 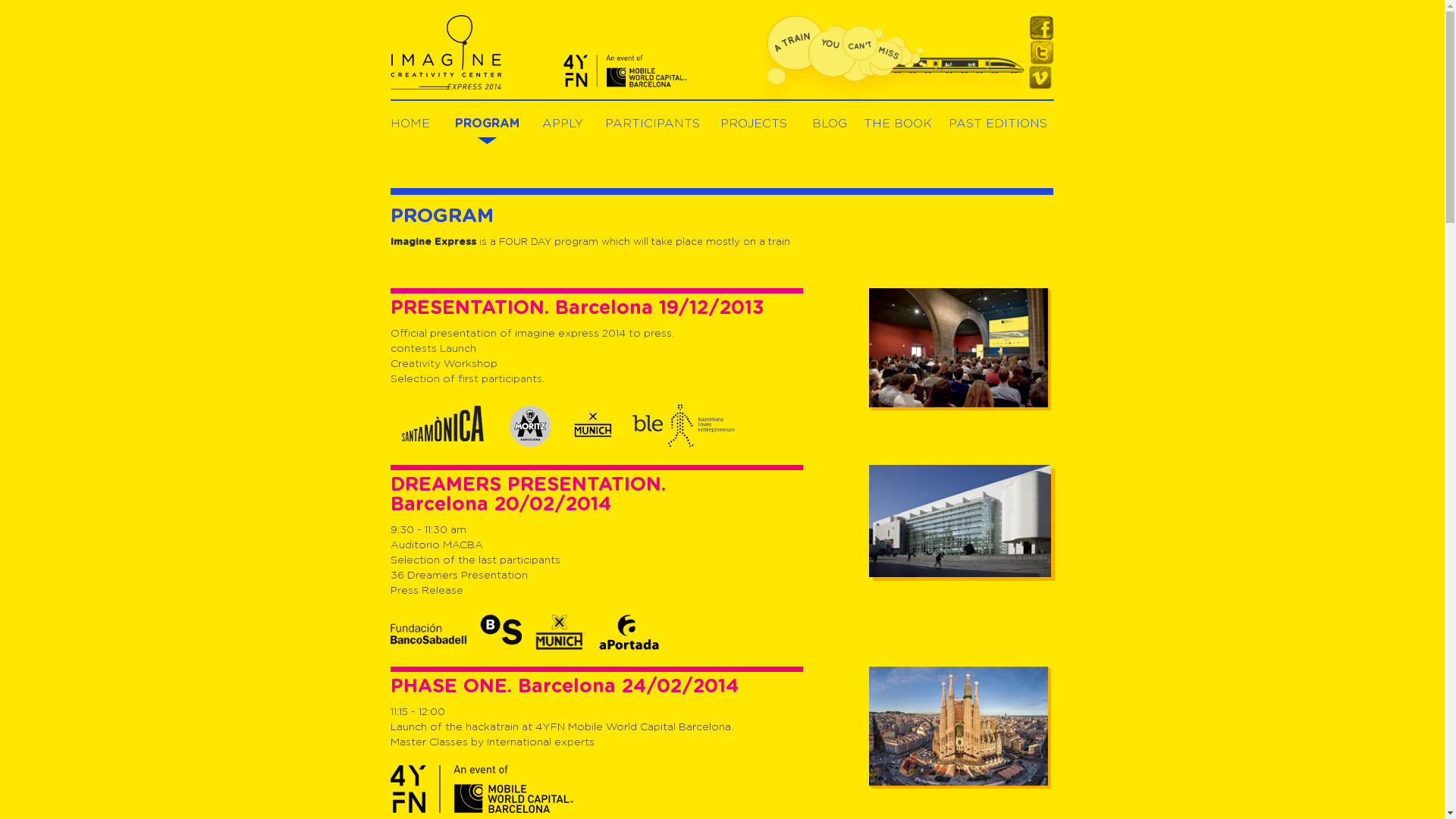 What do you see at coordinates (828, 122) in the screenshot?
I see `'BLOG'` at bounding box center [828, 122].